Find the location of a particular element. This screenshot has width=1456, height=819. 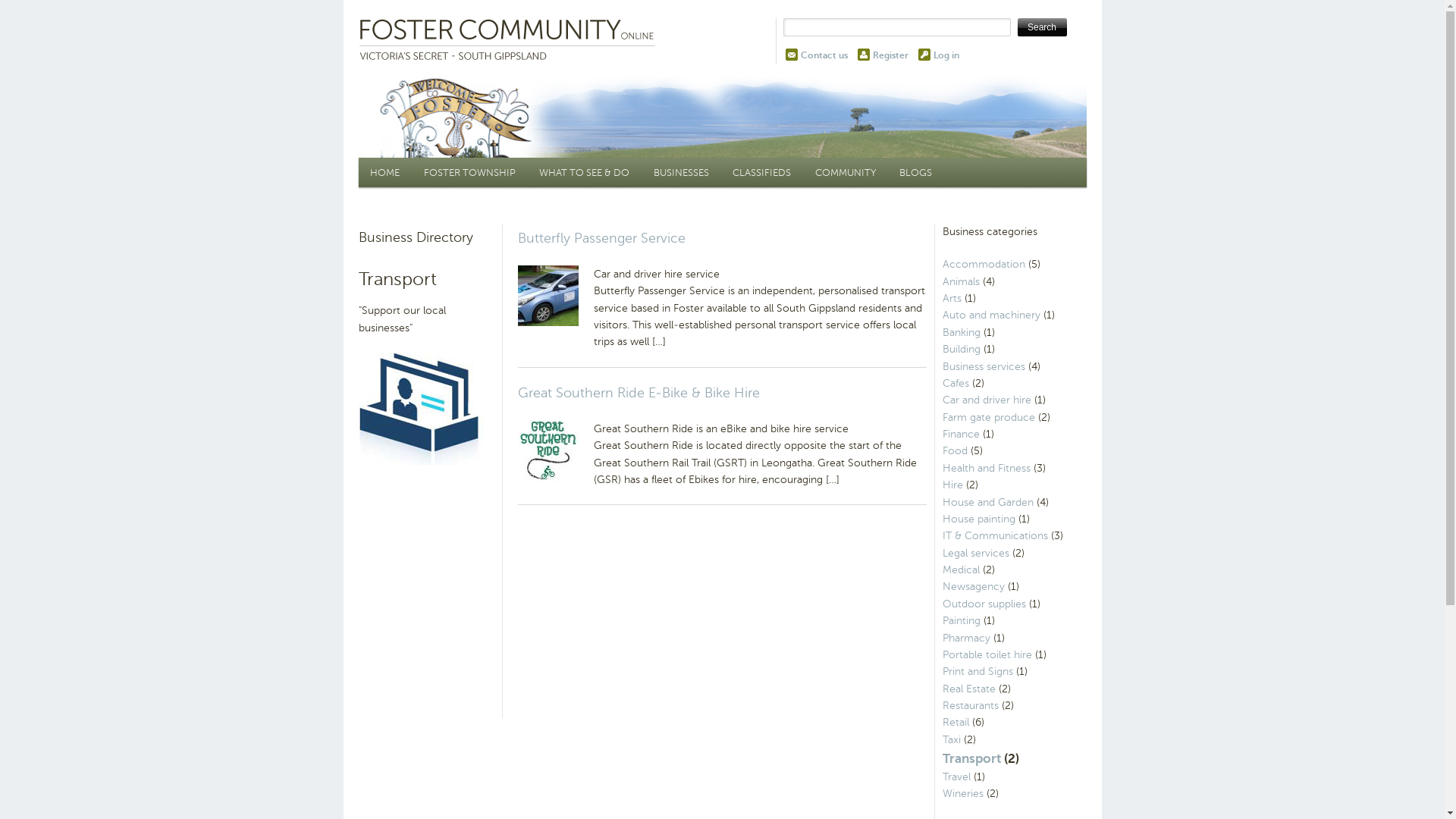

'Register' is located at coordinates (890, 55).